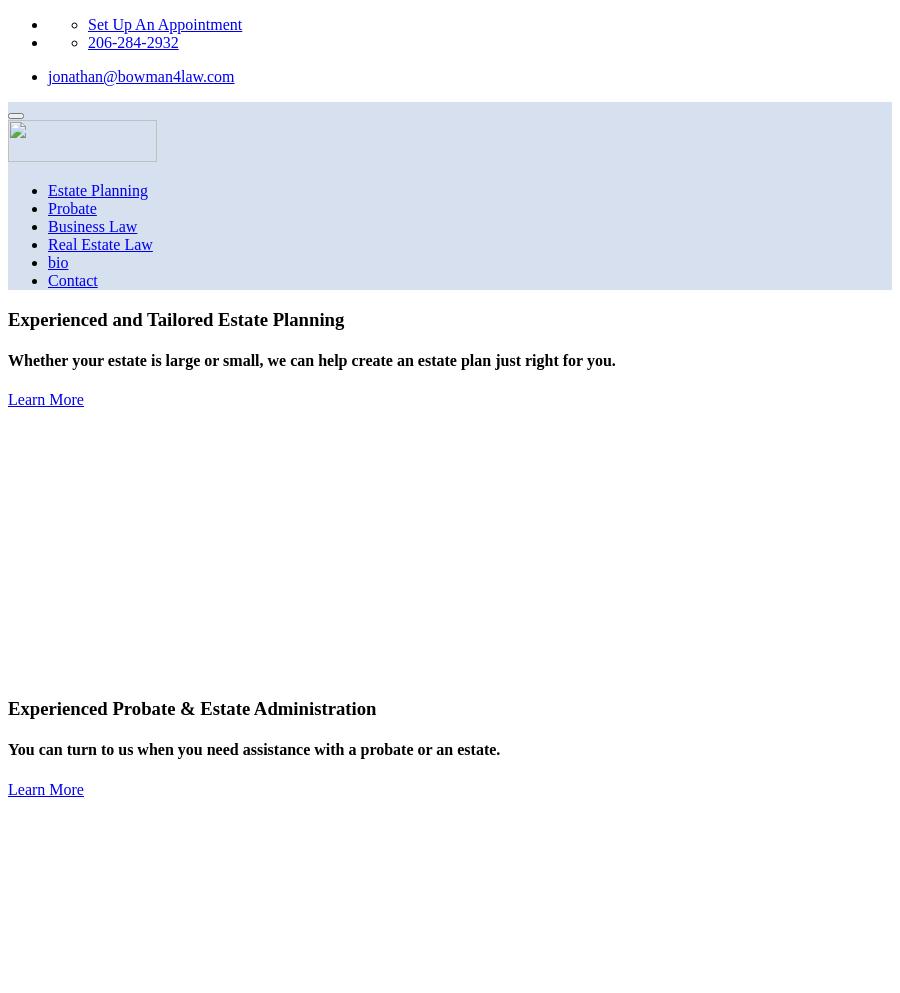  What do you see at coordinates (141, 76) in the screenshot?
I see `'jonathan@bowman4law.com'` at bounding box center [141, 76].